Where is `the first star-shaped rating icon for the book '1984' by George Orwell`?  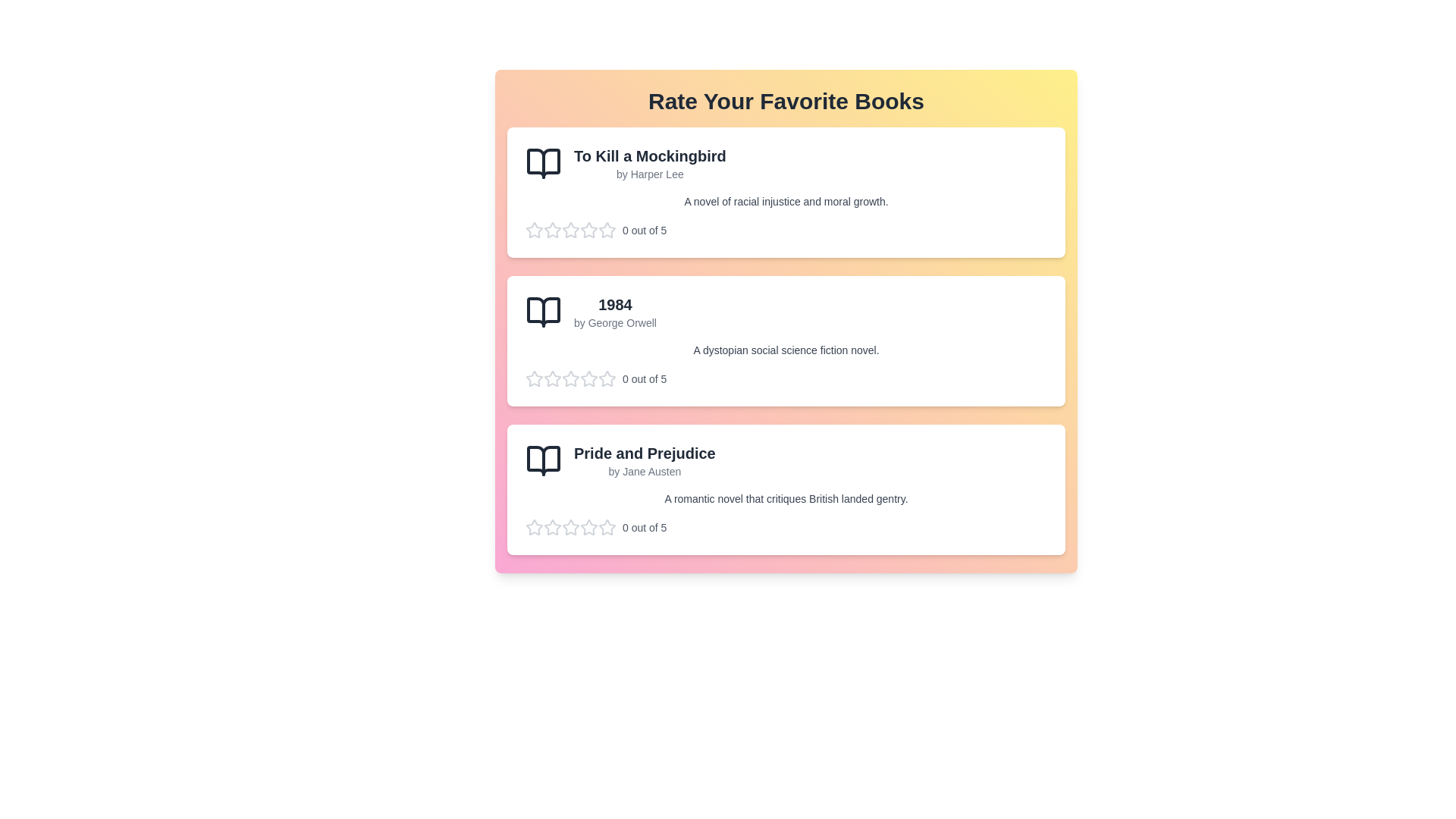
the first star-shaped rating icon for the book '1984' by George Orwell is located at coordinates (570, 378).